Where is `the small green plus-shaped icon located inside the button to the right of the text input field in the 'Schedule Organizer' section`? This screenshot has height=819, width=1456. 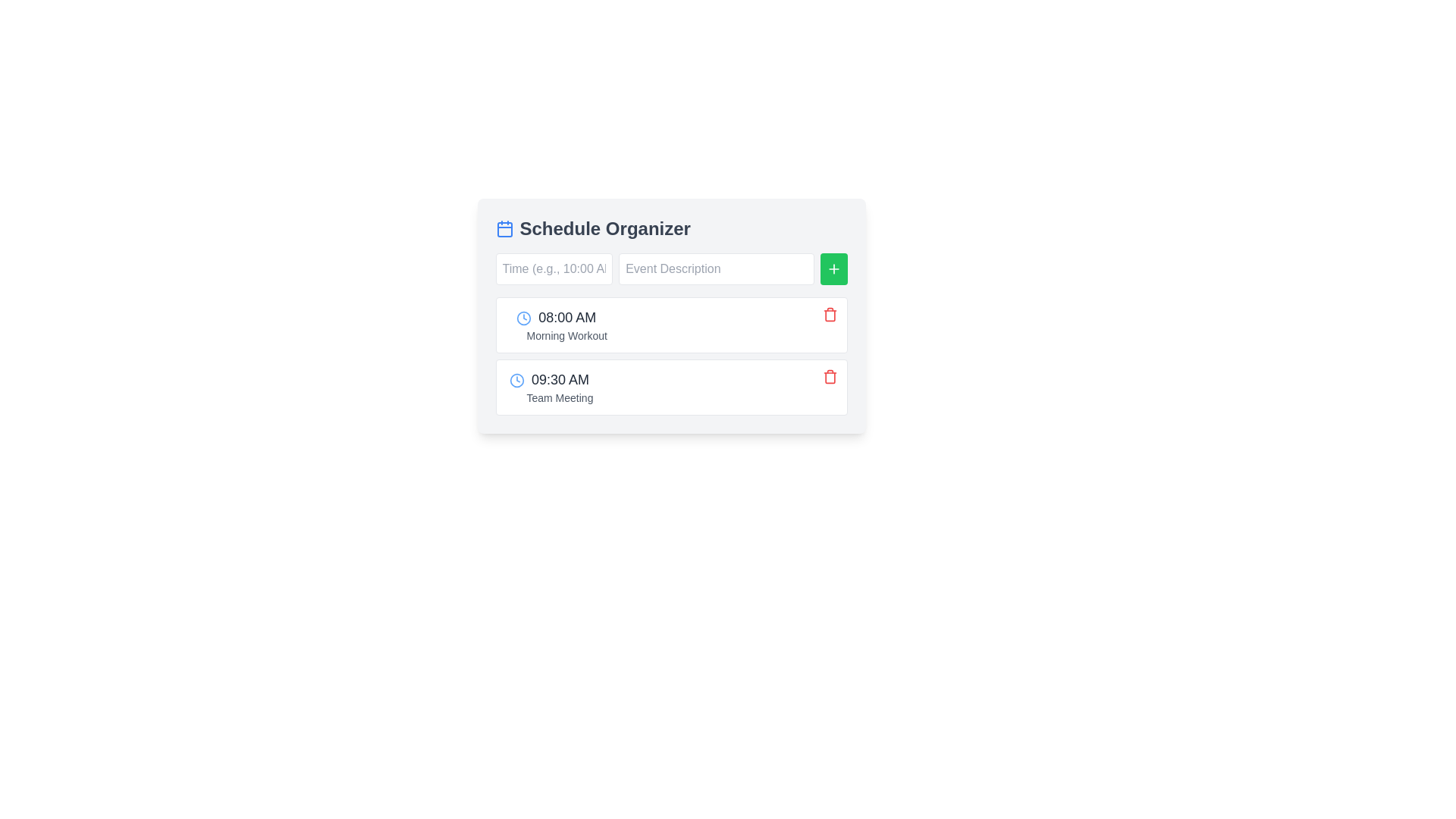 the small green plus-shaped icon located inside the button to the right of the text input field in the 'Schedule Organizer' section is located at coordinates (833, 268).